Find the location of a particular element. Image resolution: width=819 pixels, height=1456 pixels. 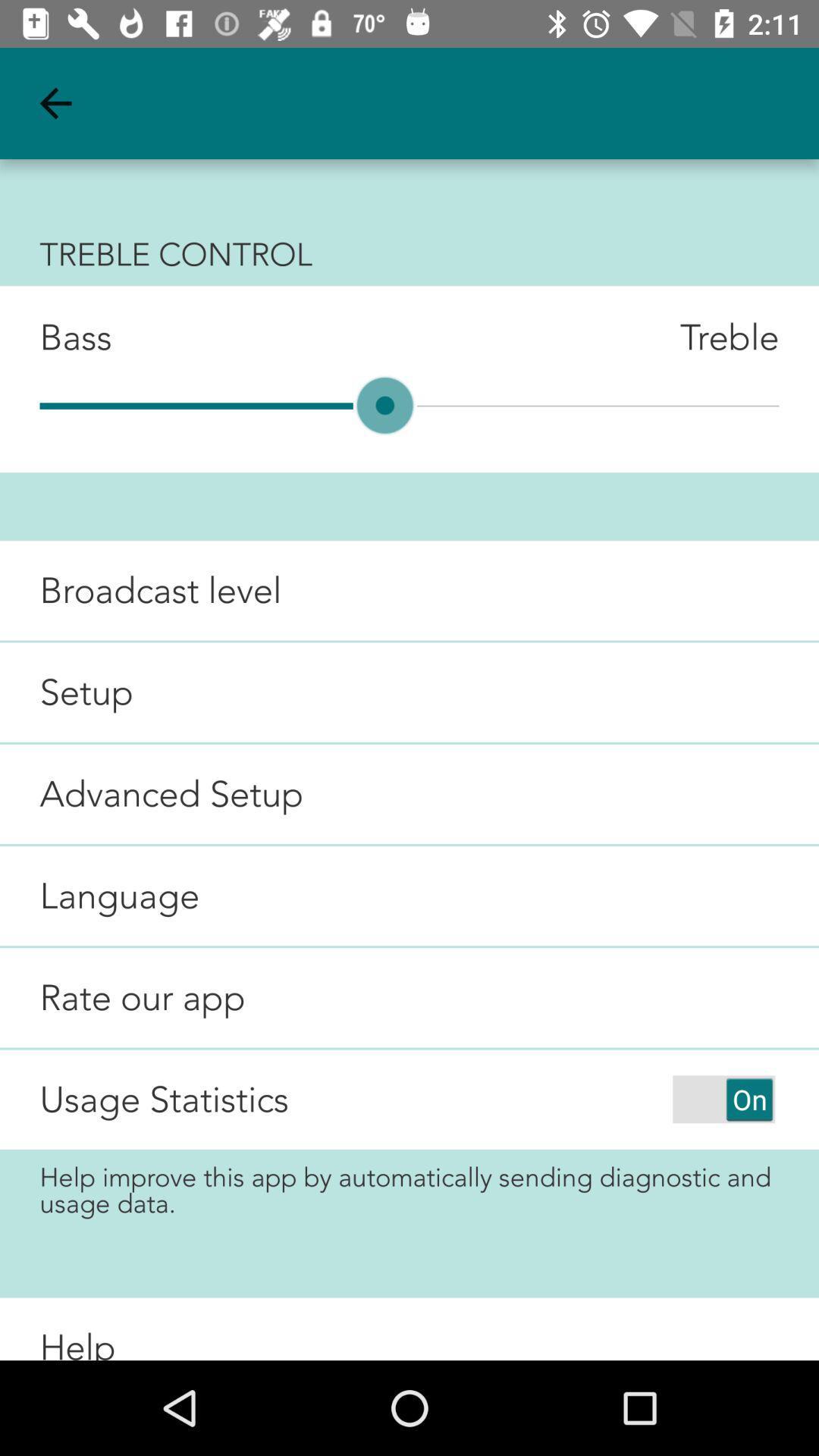

automatic error reports is located at coordinates (723, 1099).